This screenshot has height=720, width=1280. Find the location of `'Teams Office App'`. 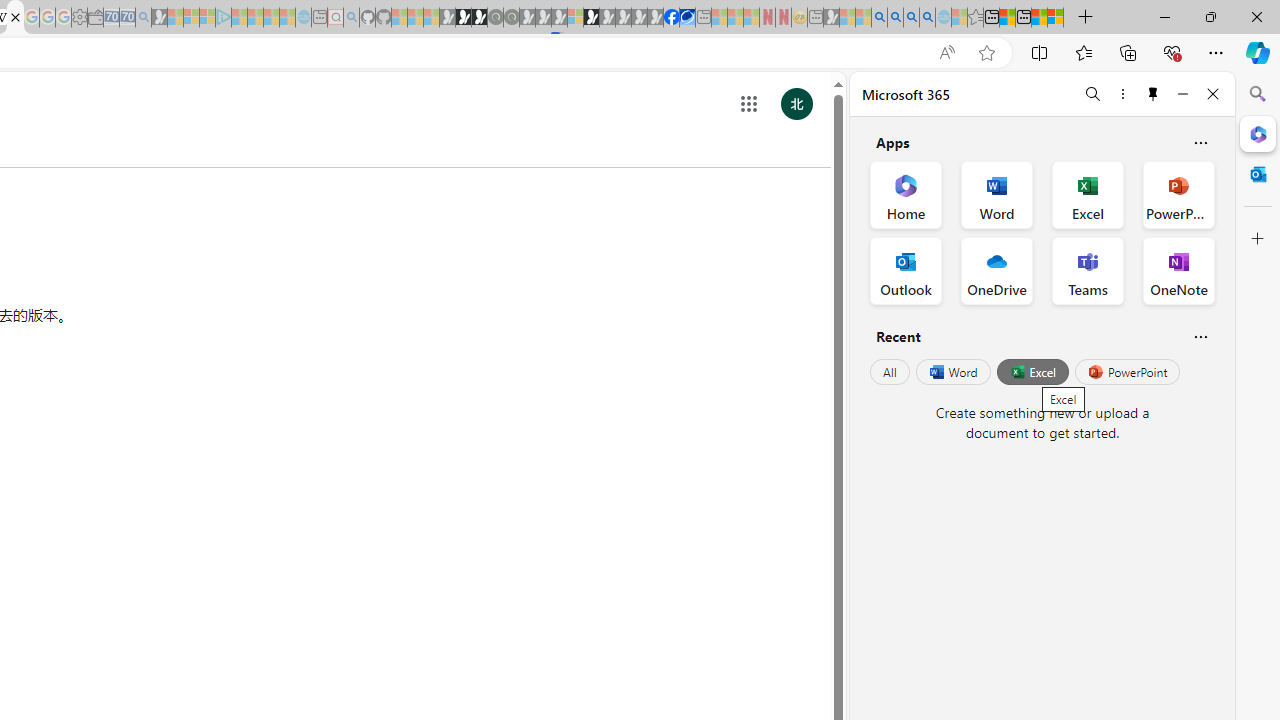

'Teams Office App' is located at coordinates (1087, 271).